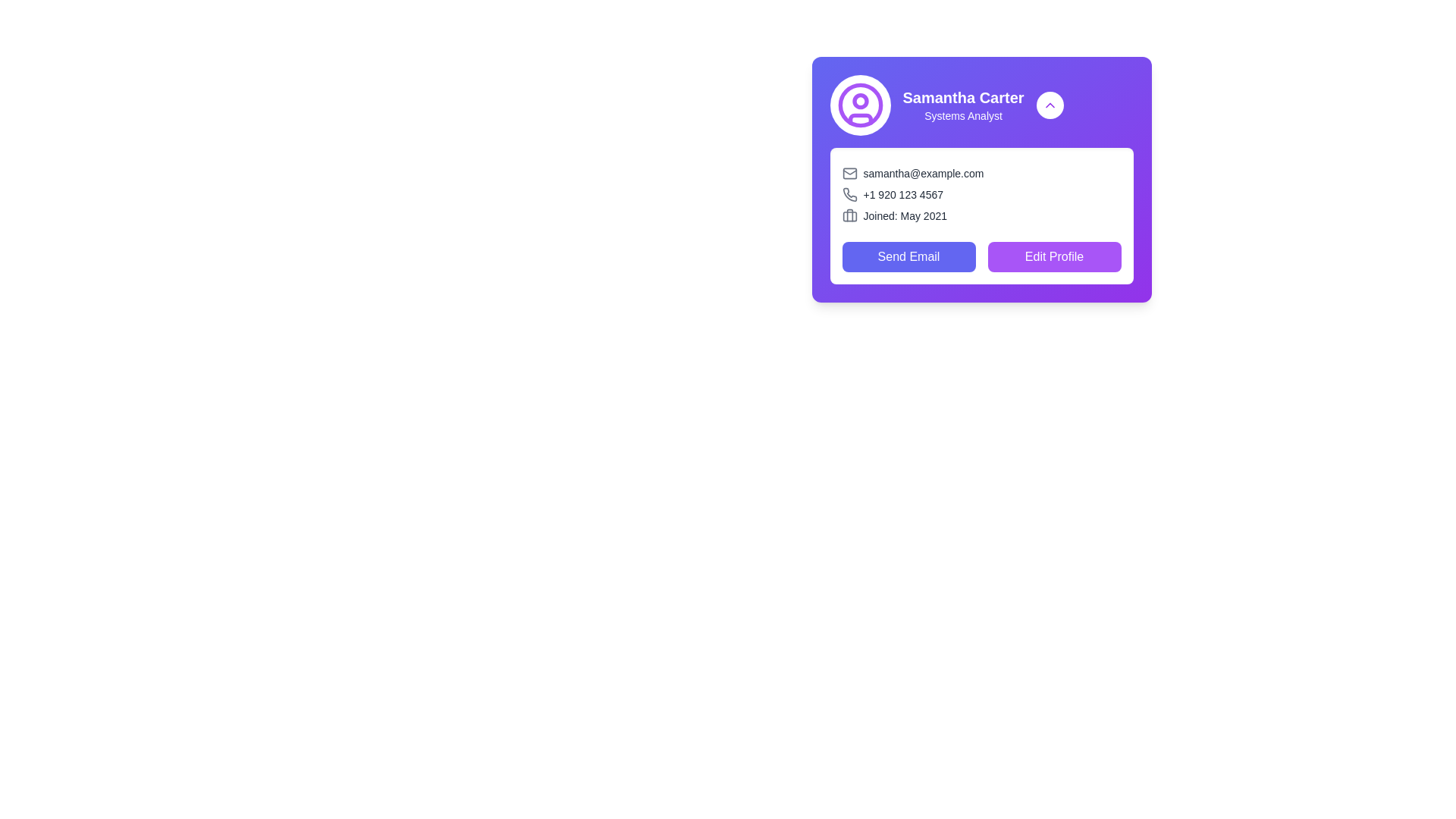 Image resolution: width=1456 pixels, height=819 pixels. What do you see at coordinates (849, 216) in the screenshot?
I see `the icon located to the left of the 'Joined: May 2021' text, which indicates the user's joining date` at bounding box center [849, 216].